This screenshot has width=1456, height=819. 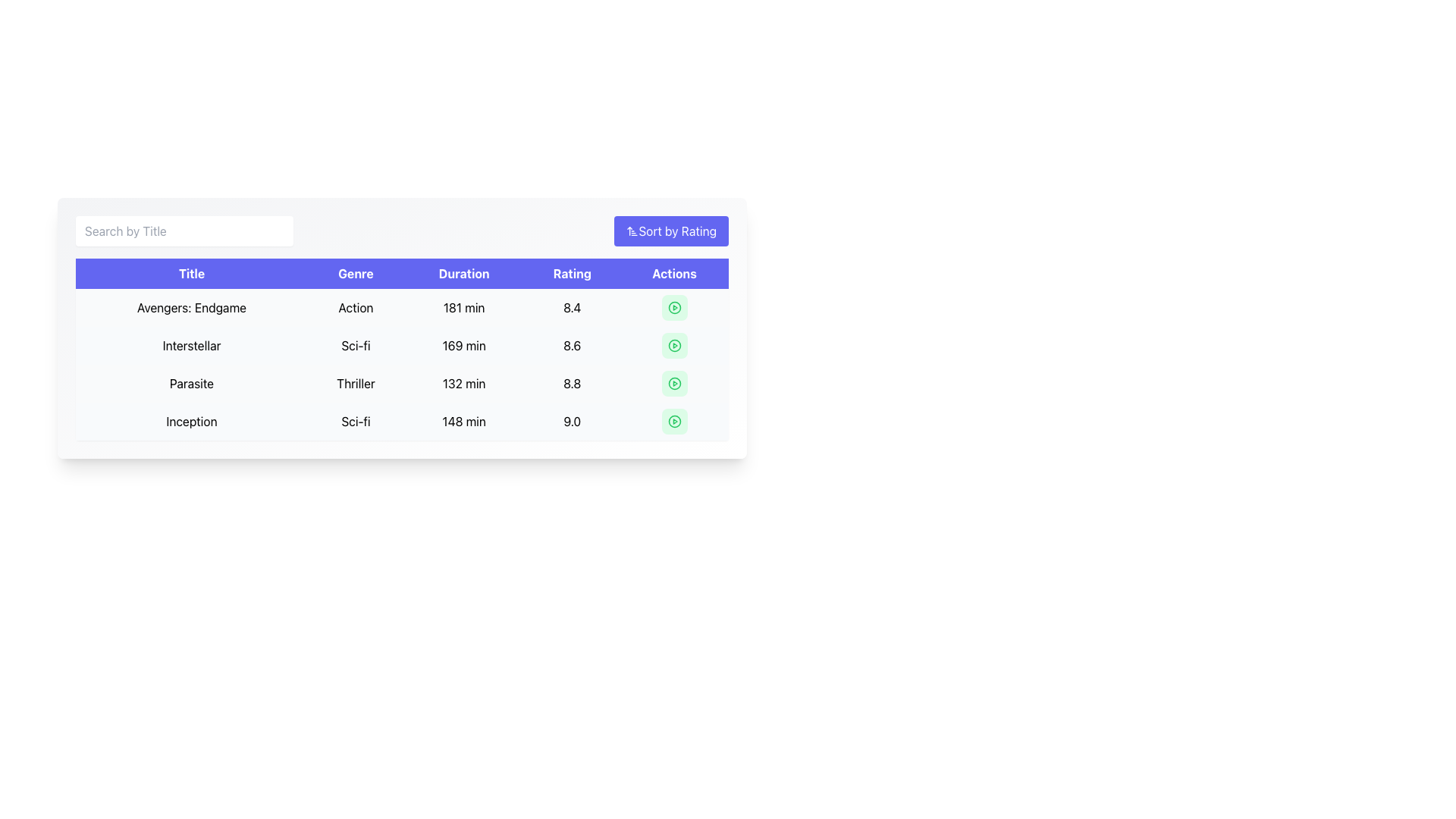 I want to click on the green outlined circular play button located in the last cell of the row for the movie 'Parasite' in the 'Actions' column to initiate an action, so click(x=673, y=382).